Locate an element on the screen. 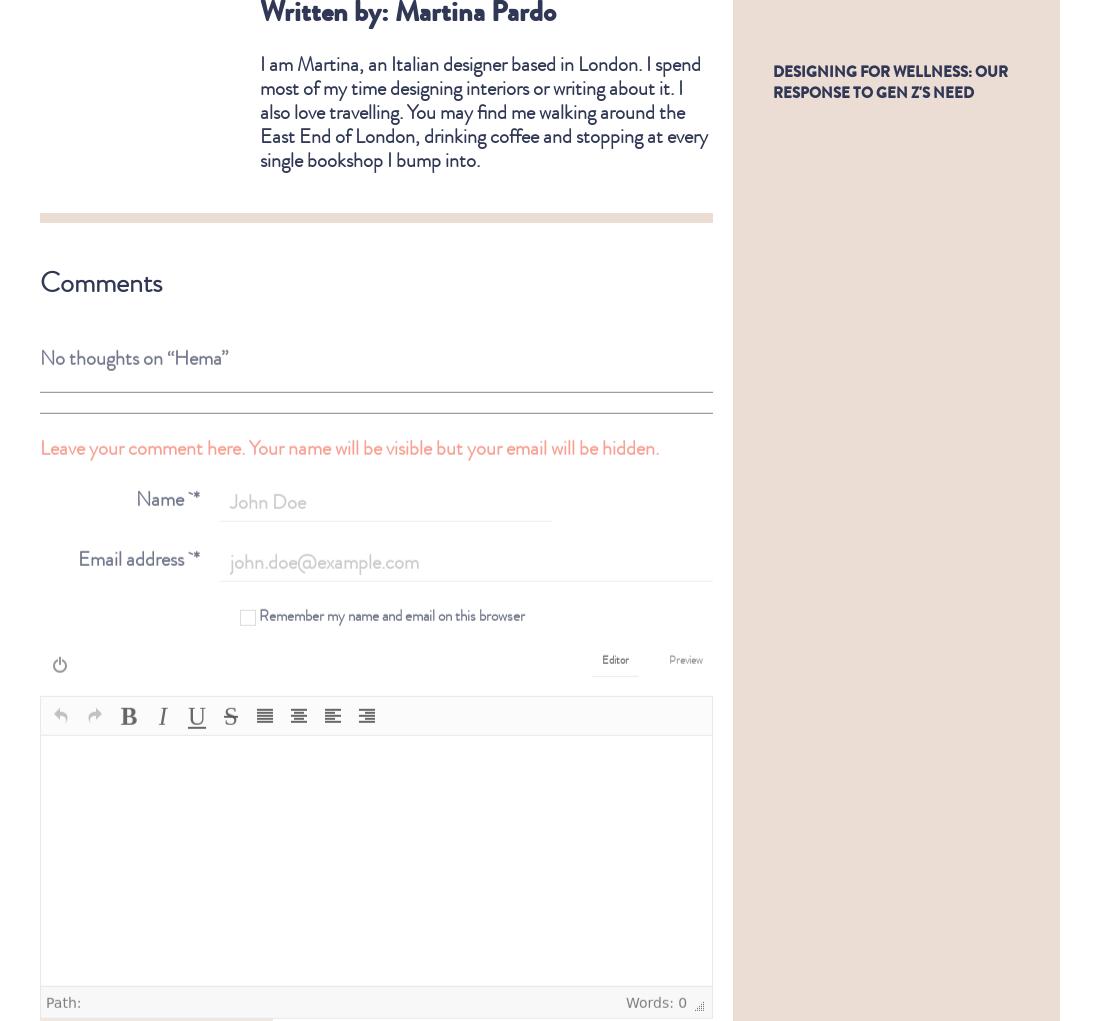 The width and height of the screenshot is (1100, 1021). '0' is located at coordinates (678, 985).